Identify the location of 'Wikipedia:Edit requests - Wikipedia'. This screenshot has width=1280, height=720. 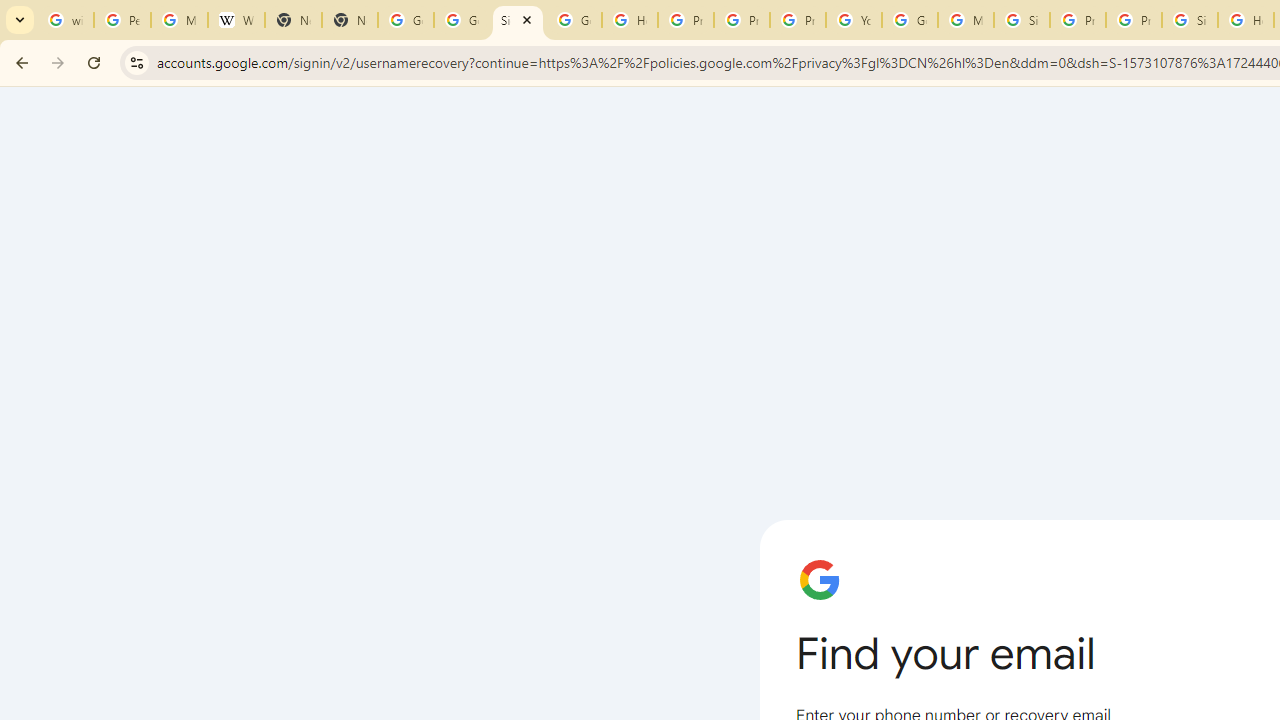
(236, 20).